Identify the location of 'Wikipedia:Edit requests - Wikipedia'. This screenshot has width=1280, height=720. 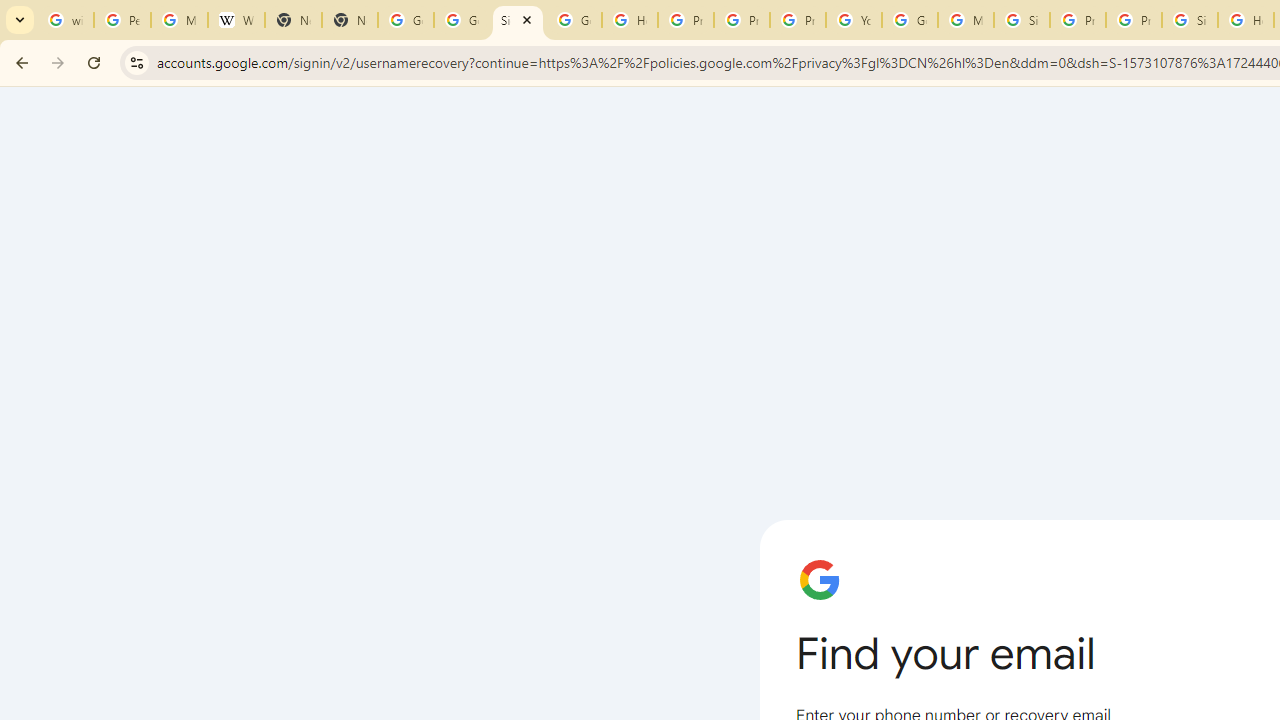
(236, 20).